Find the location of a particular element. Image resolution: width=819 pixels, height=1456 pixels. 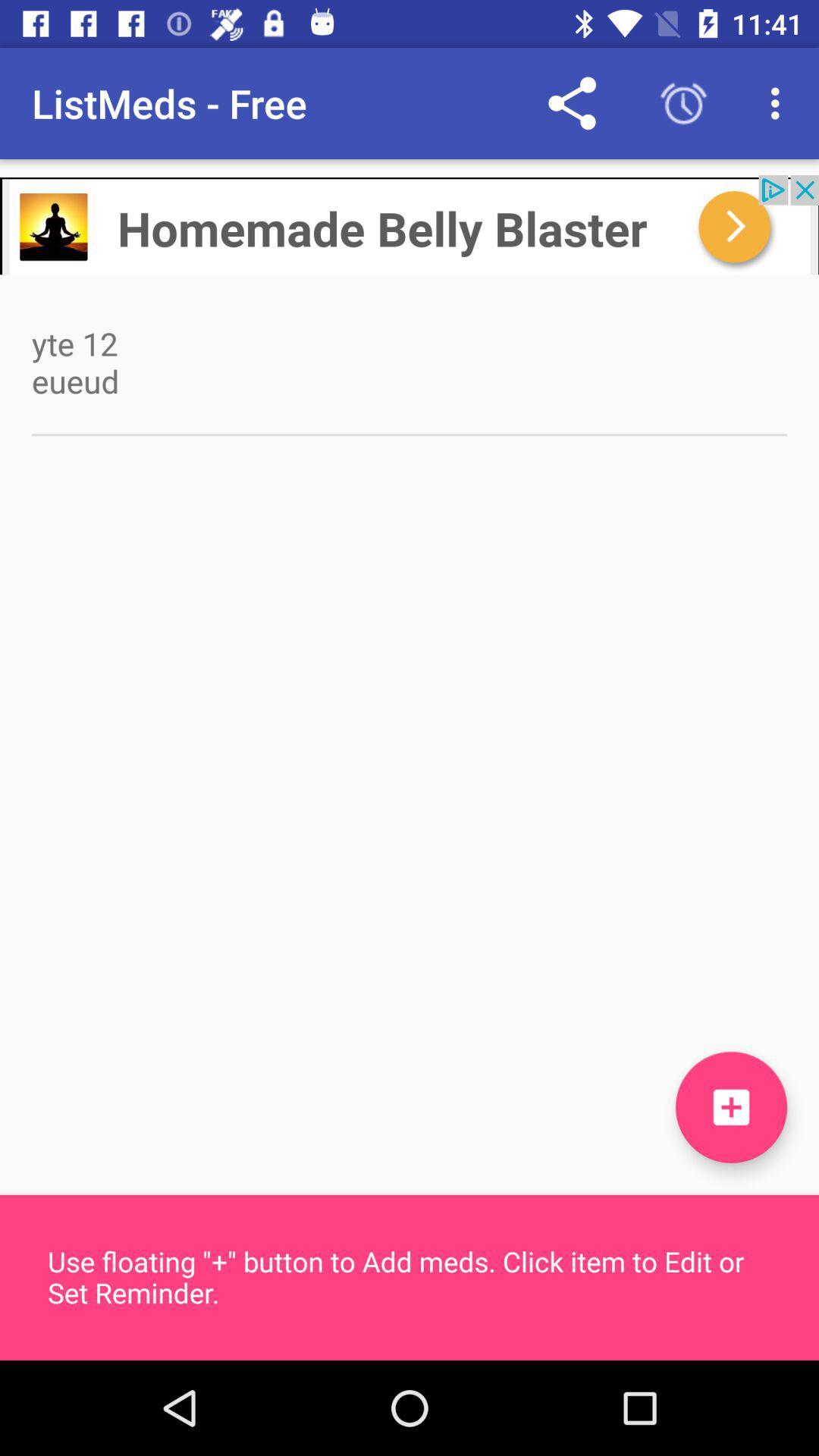

open advertisement is located at coordinates (409, 224).